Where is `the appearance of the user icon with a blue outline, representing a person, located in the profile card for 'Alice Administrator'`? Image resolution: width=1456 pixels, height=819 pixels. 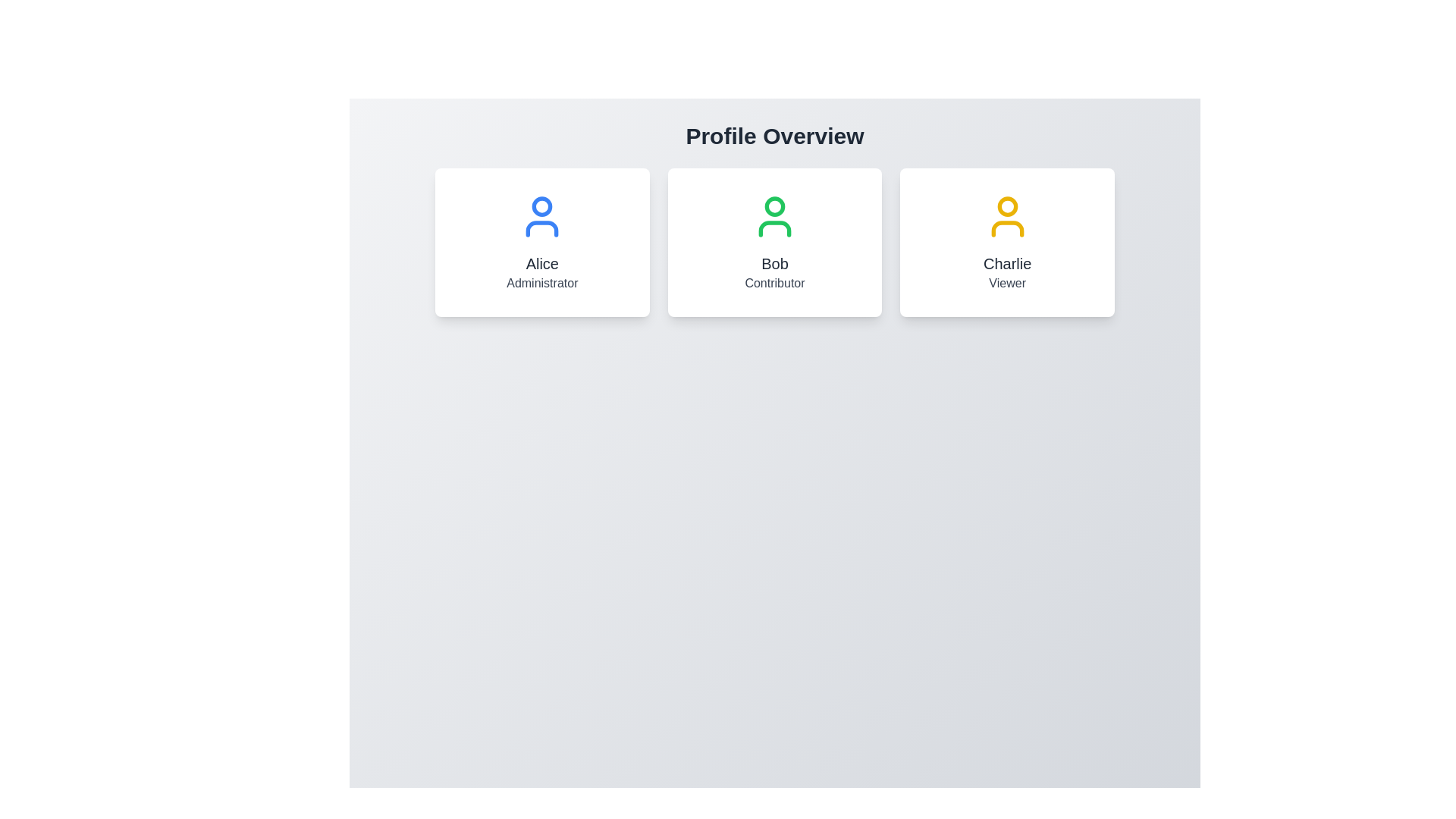
the appearance of the user icon with a blue outline, representing a person, located in the profile card for 'Alice Administrator' is located at coordinates (542, 216).